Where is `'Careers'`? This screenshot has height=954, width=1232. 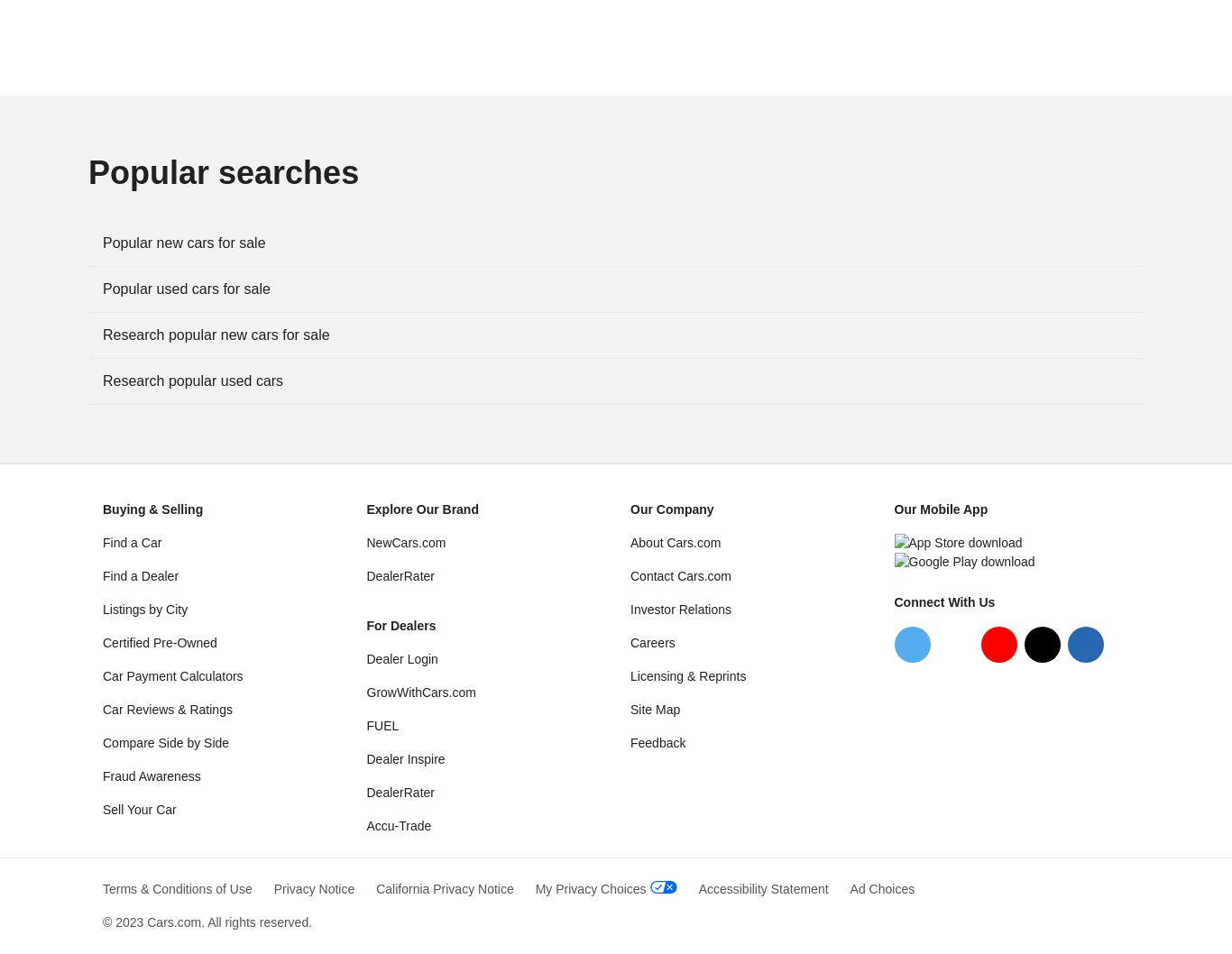
'Careers' is located at coordinates (652, 642).